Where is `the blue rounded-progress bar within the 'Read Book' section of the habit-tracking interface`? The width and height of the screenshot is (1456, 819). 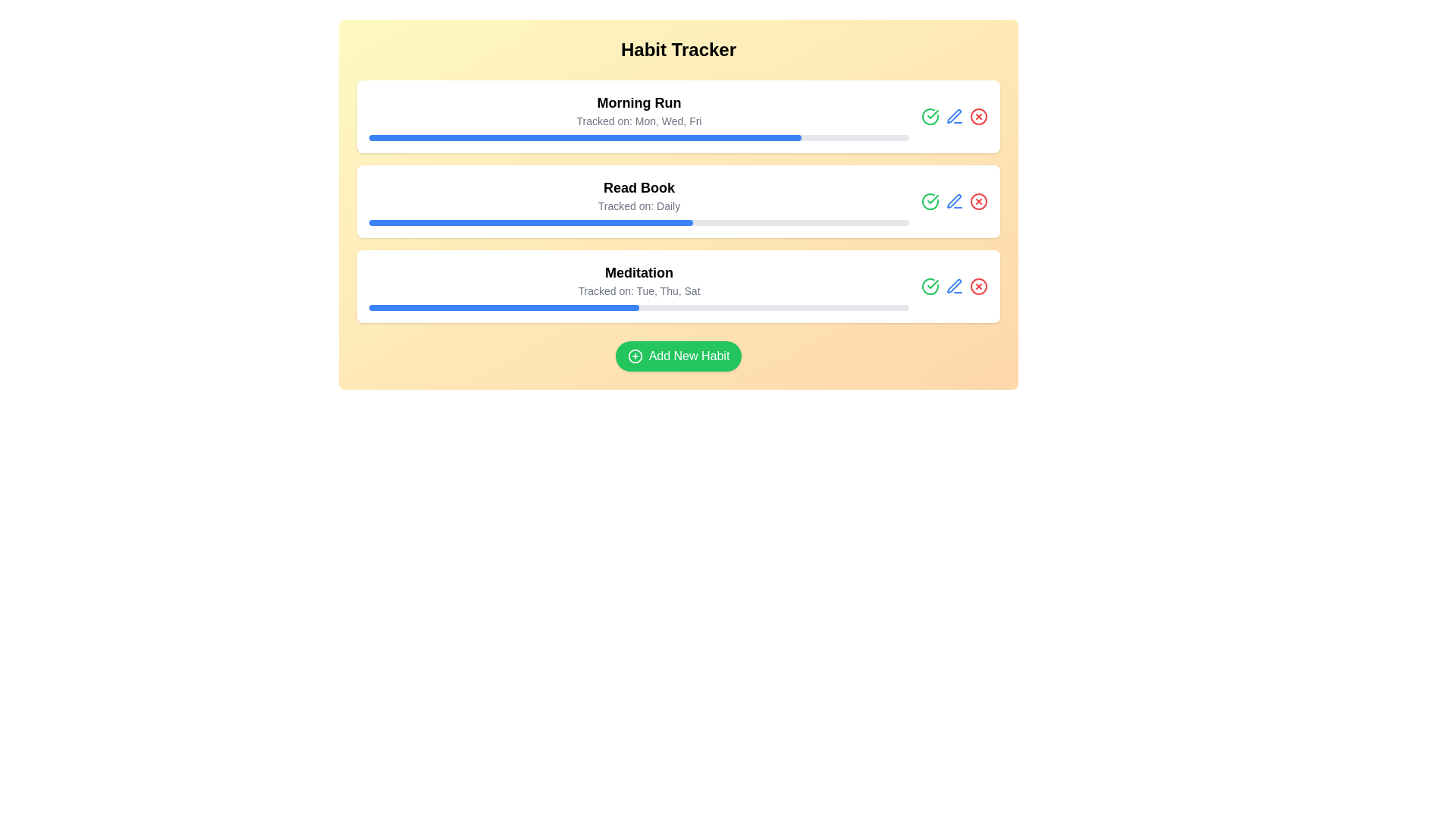
the blue rounded-progress bar within the 'Read Book' section of the habit-tracking interface is located at coordinates (531, 222).